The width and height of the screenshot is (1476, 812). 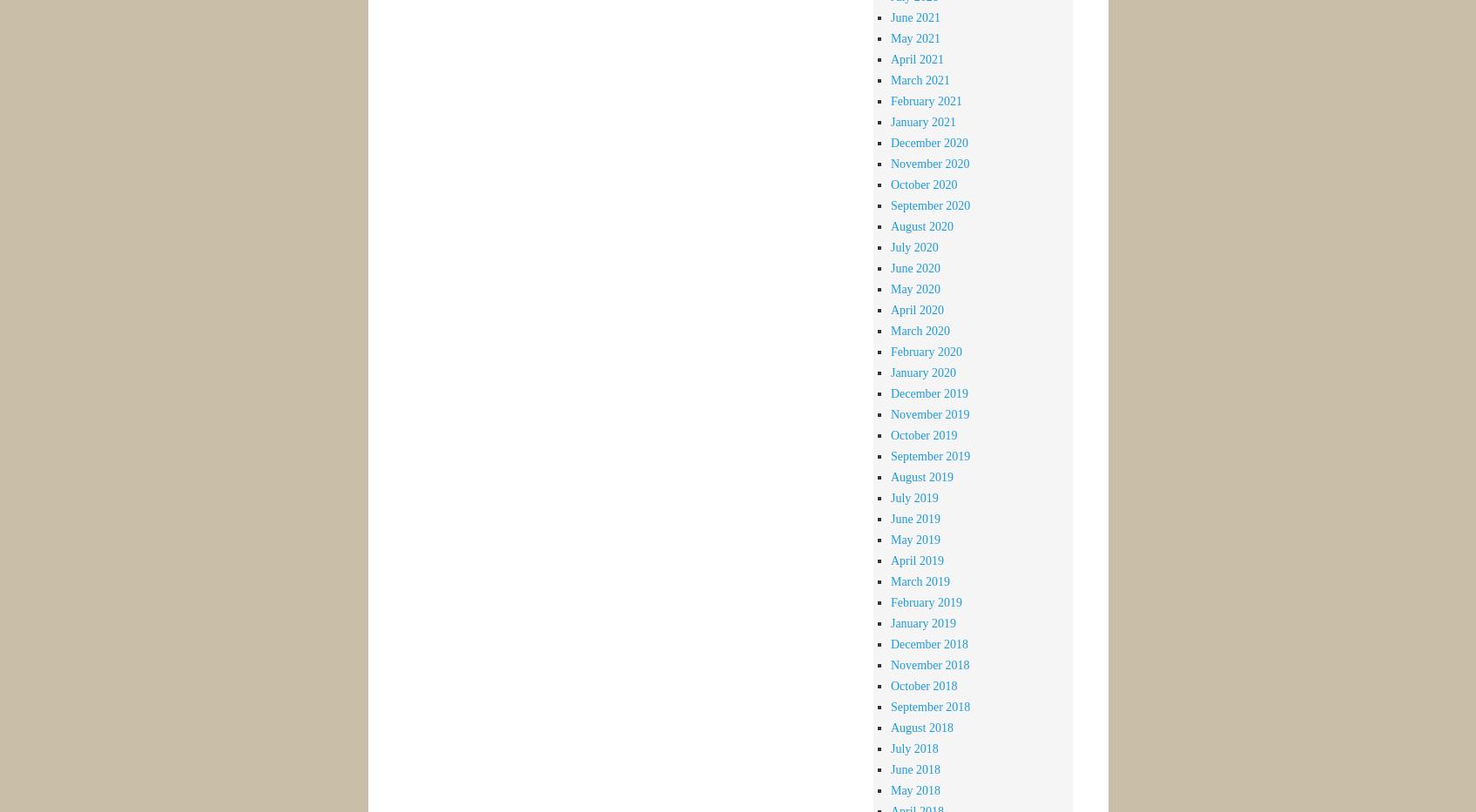 I want to click on 'May 2021', so click(x=915, y=37).